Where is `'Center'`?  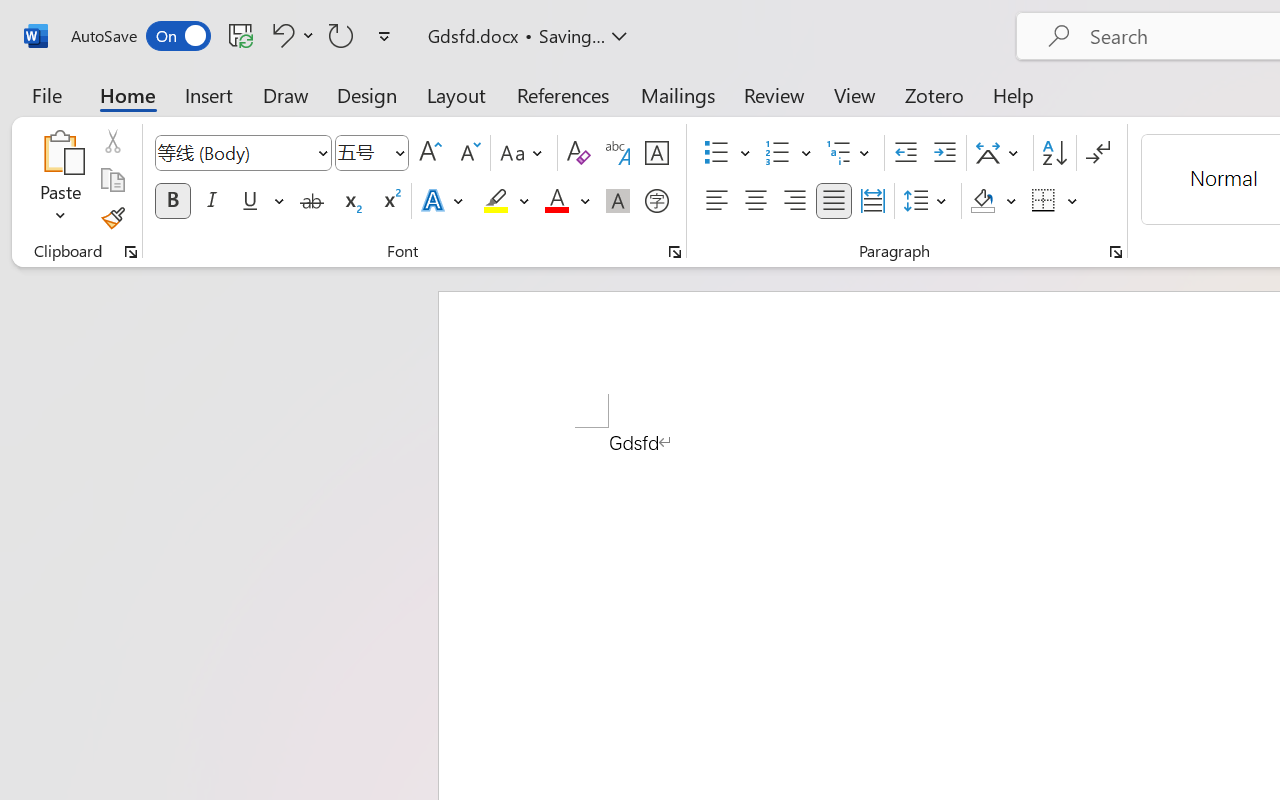
'Center' is located at coordinates (755, 201).